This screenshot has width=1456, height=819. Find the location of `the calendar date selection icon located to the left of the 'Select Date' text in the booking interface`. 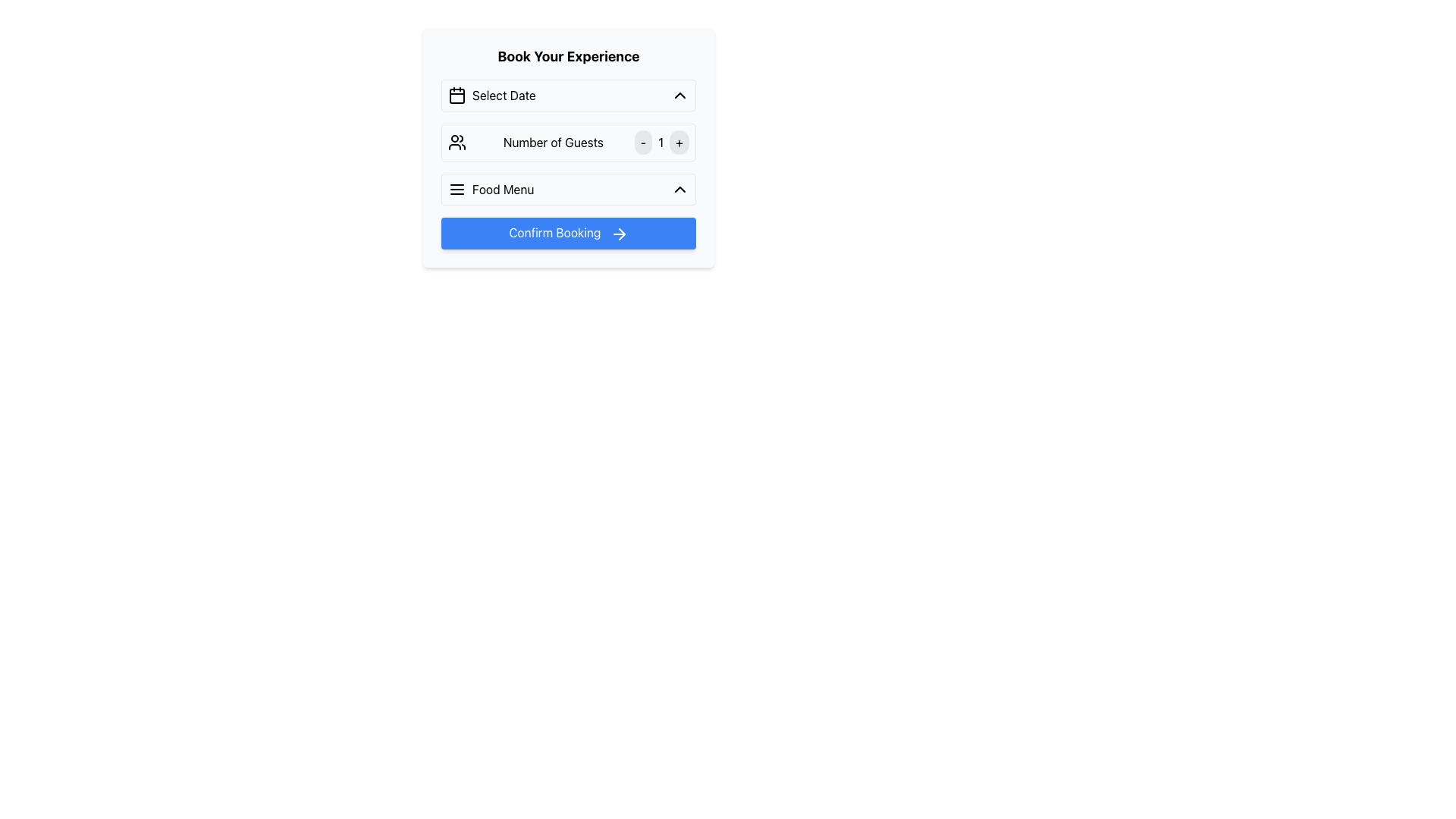

the calendar date selection icon located to the left of the 'Select Date' text in the booking interface is located at coordinates (457, 96).